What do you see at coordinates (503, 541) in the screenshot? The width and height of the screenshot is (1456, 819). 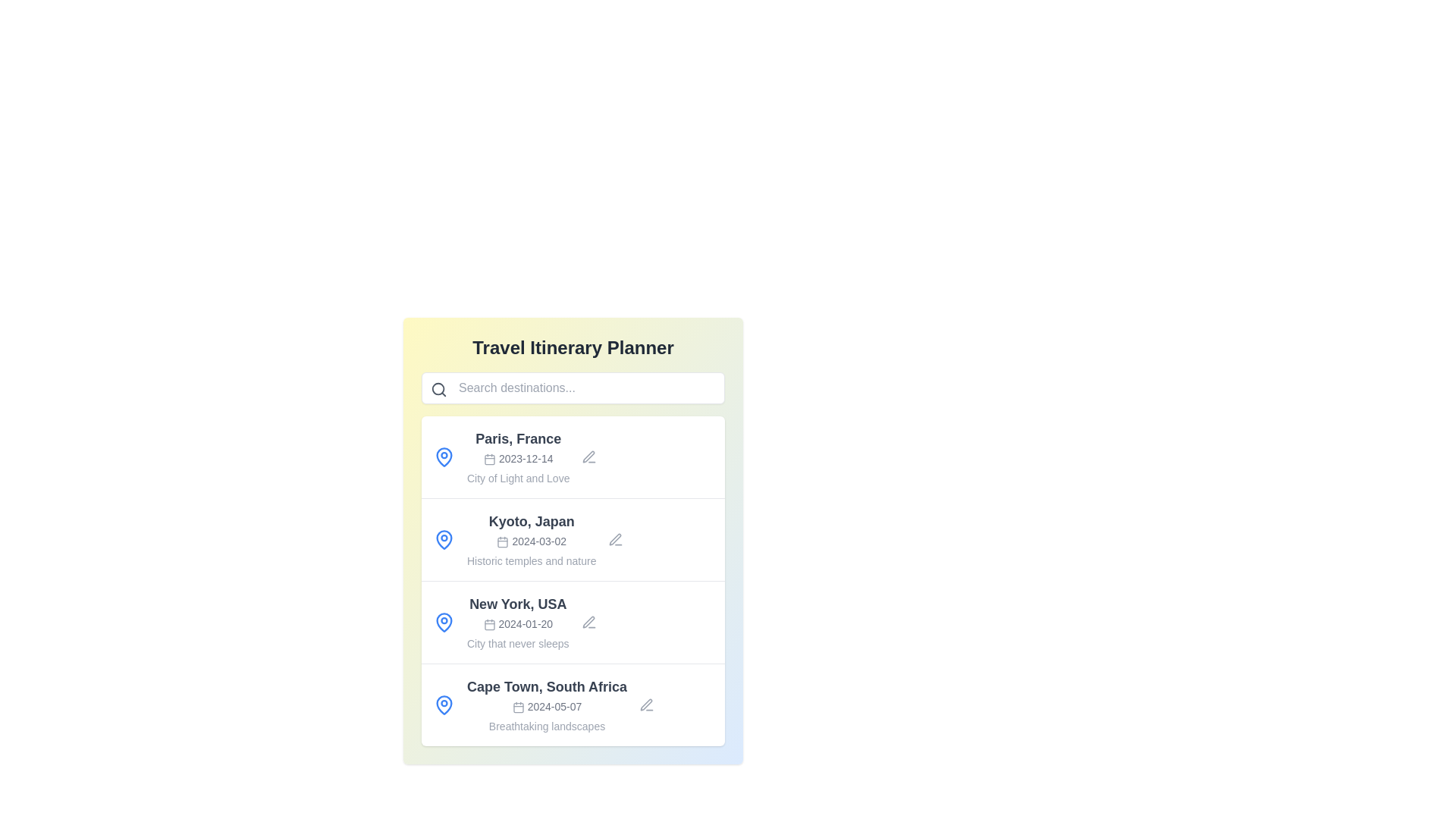 I see `the SVG rounded rectangle element within the calendar icon next to the entry 'Kyoto, Japan'` at bounding box center [503, 541].